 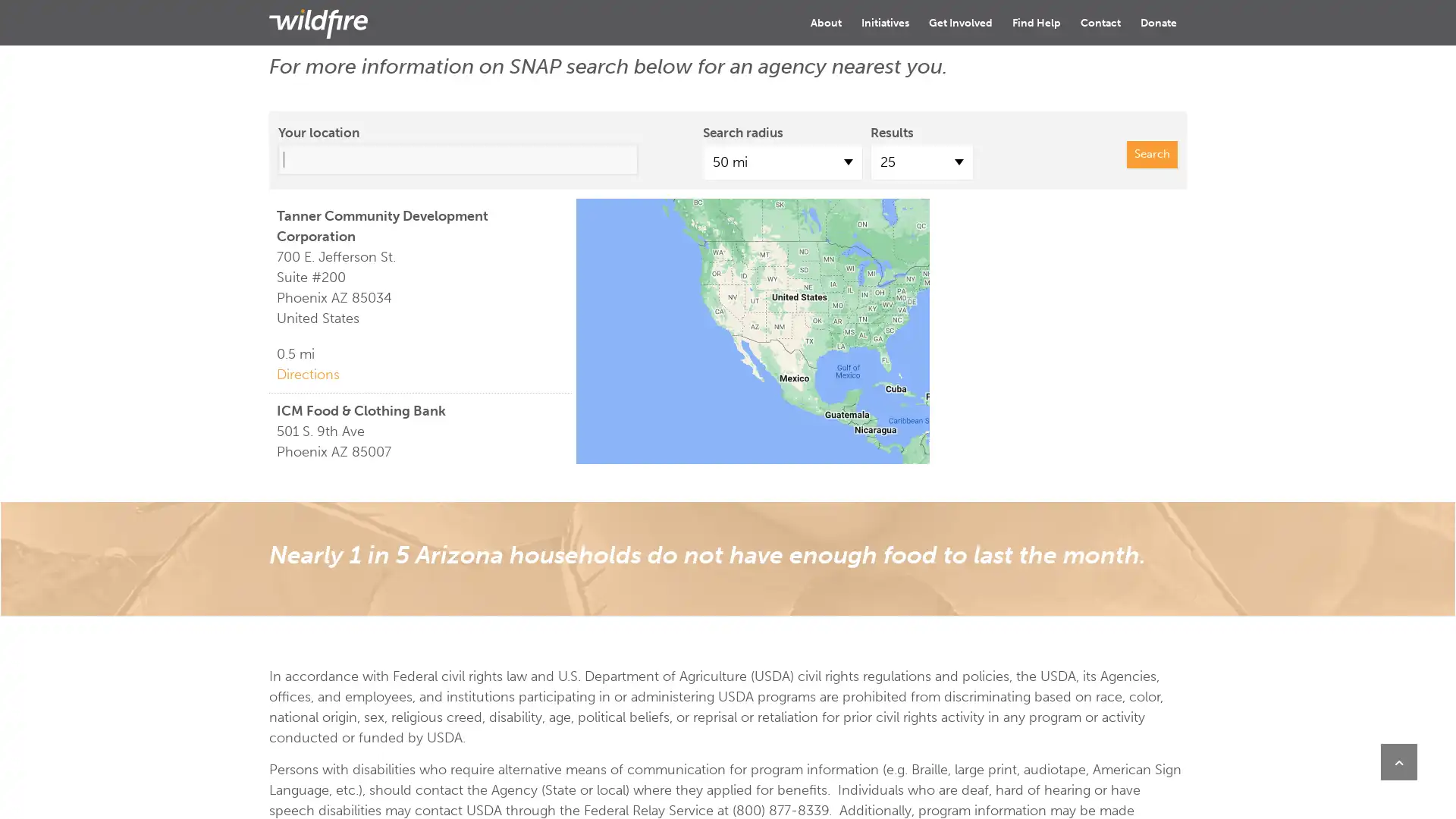 What do you see at coordinates (888, 359) in the screenshot?
I see `Rio Vista Center` at bounding box center [888, 359].